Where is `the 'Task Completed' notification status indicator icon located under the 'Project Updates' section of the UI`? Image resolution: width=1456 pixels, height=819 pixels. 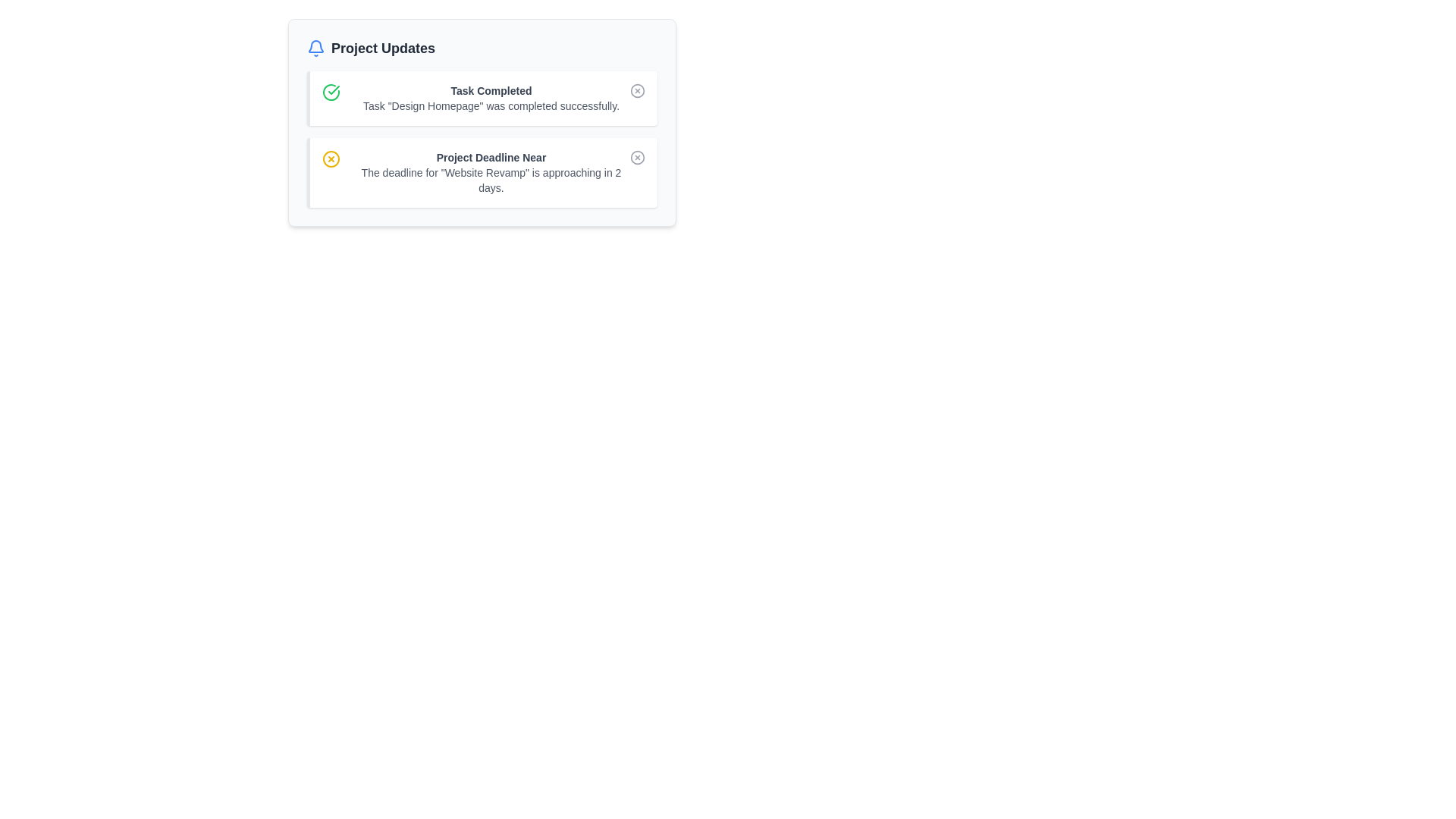 the 'Task Completed' notification status indicator icon located under the 'Project Updates' section of the UI is located at coordinates (330, 93).